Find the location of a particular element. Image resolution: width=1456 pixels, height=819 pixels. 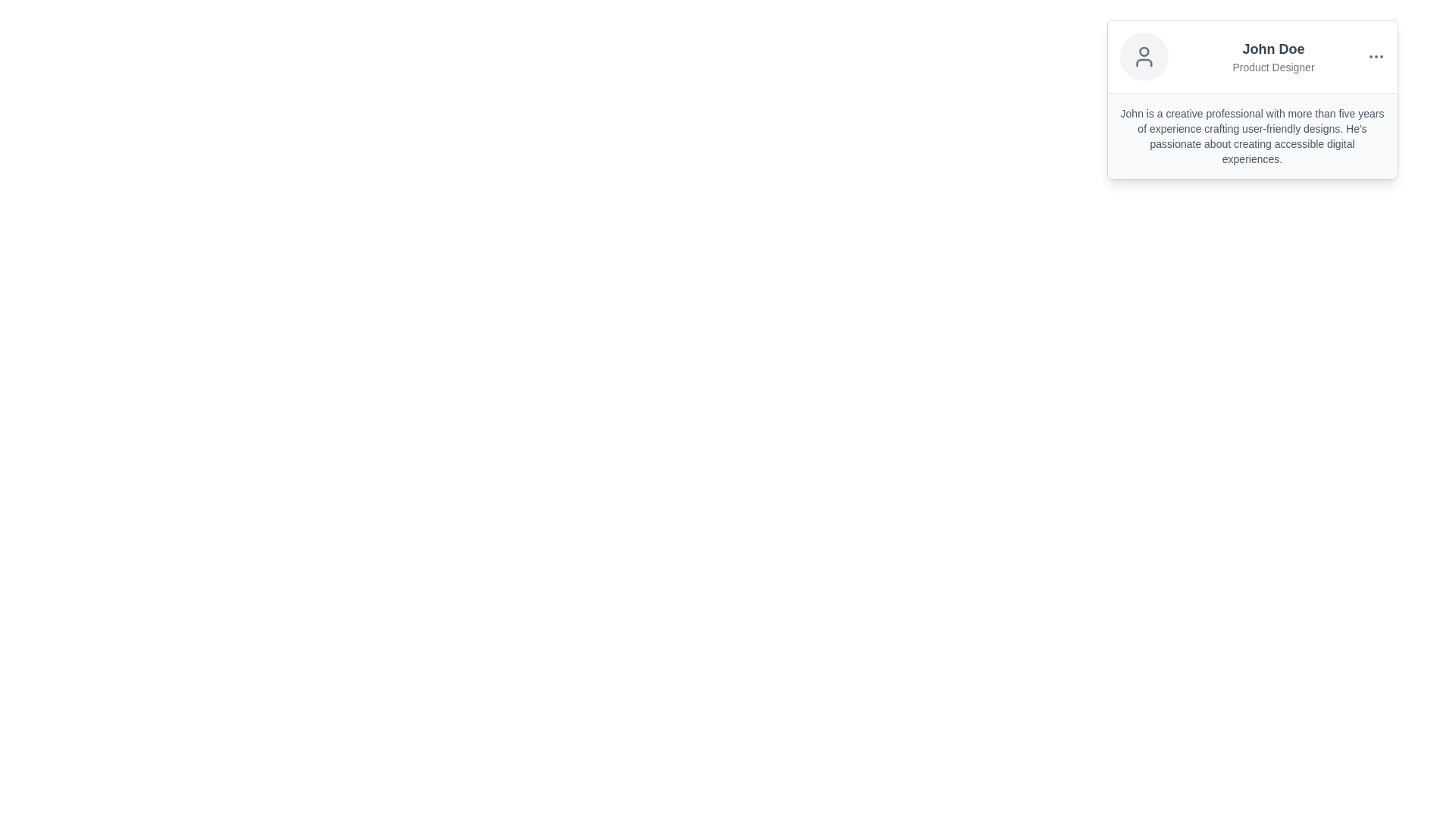

the text content area displaying 'John Doe' and 'Product Designer' in a profile card layout is located at coordinates (1273, 55).